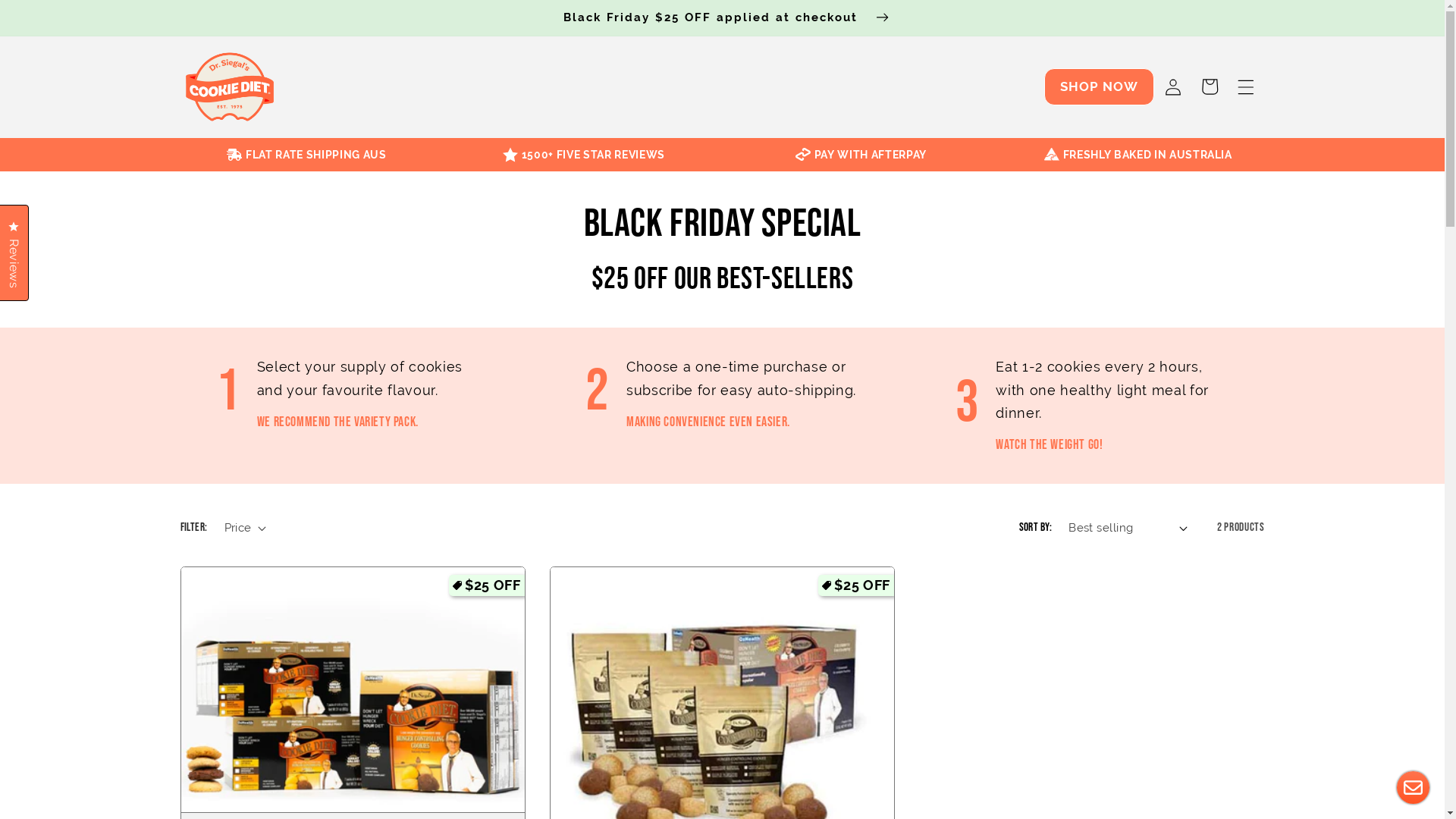 This screenshot has height=819, width=1456. I want to click on 'Cart', so click(1190, 86).